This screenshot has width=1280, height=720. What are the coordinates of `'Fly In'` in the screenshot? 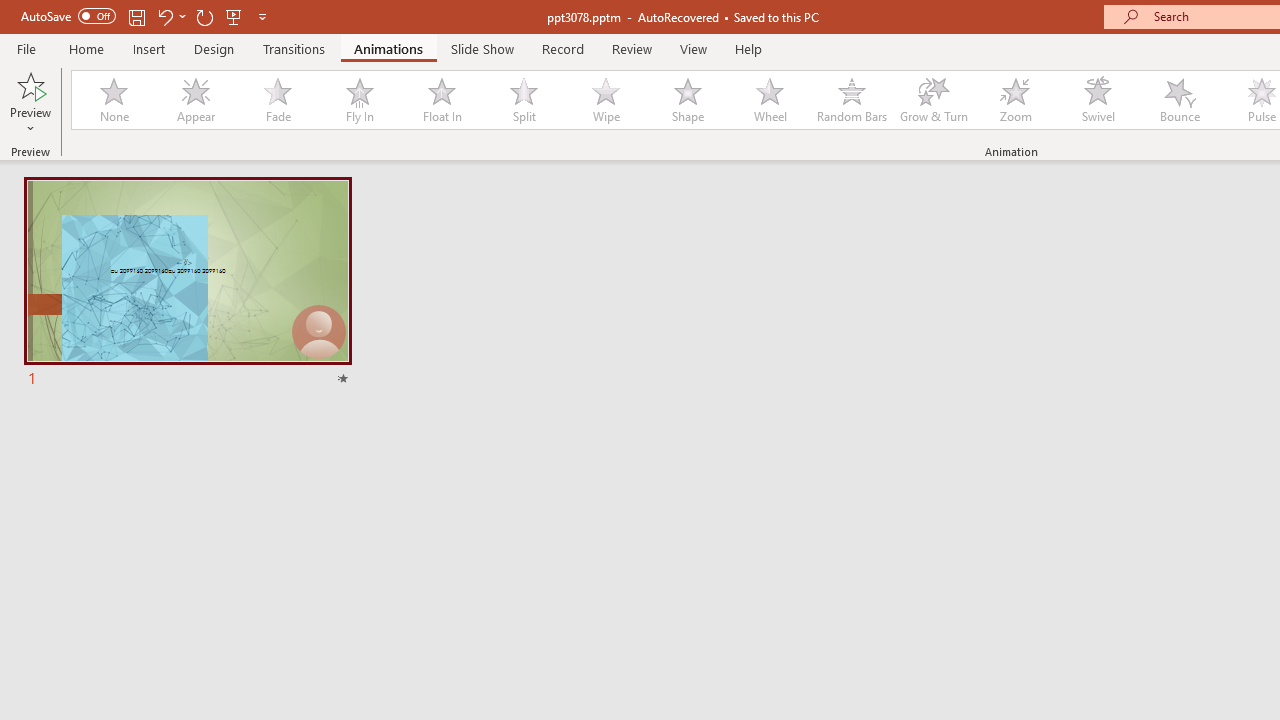 It's located at (359, 100).